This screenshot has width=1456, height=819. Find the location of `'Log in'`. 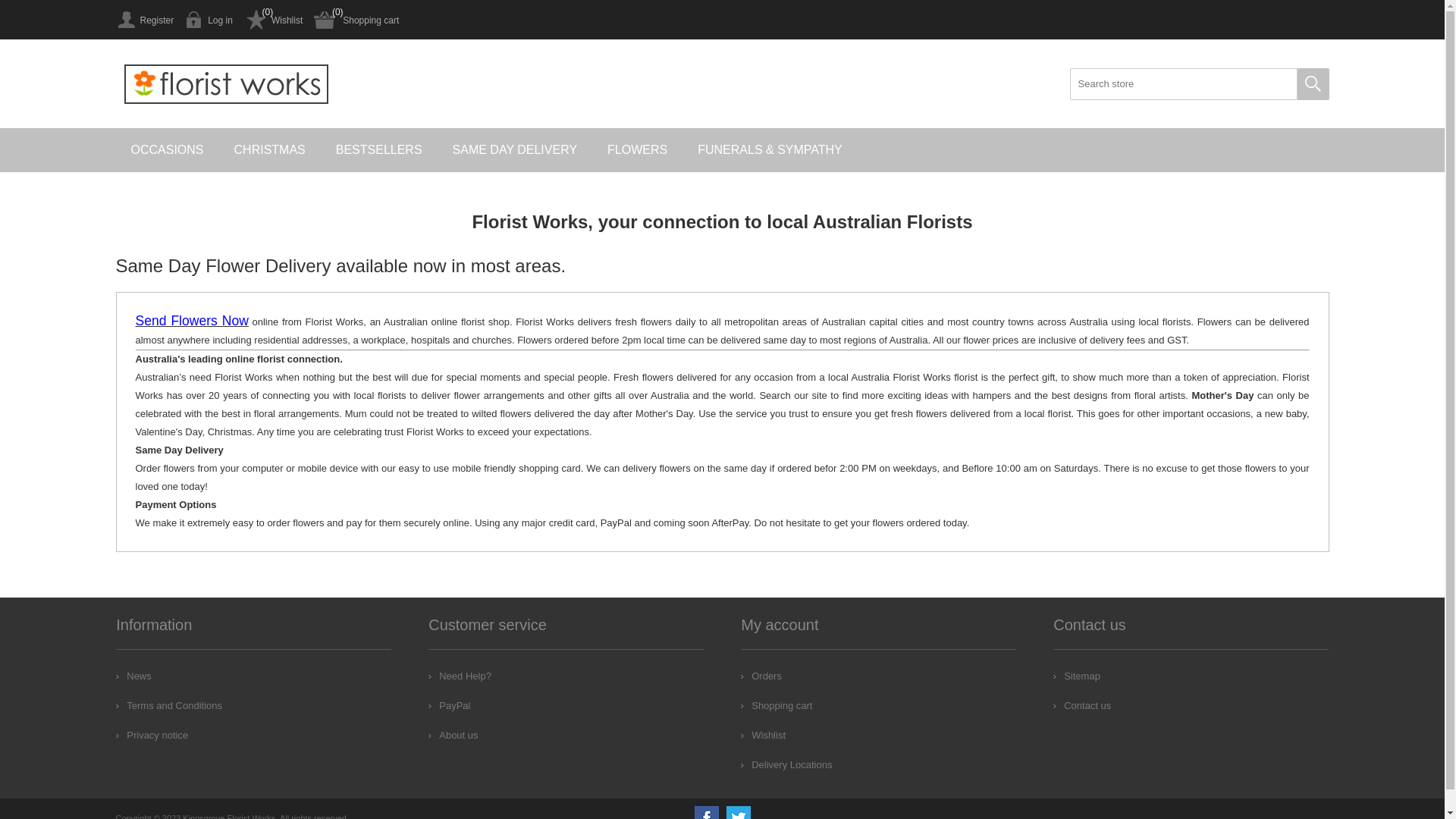

'Log in' is located at coordinates (208, 20).